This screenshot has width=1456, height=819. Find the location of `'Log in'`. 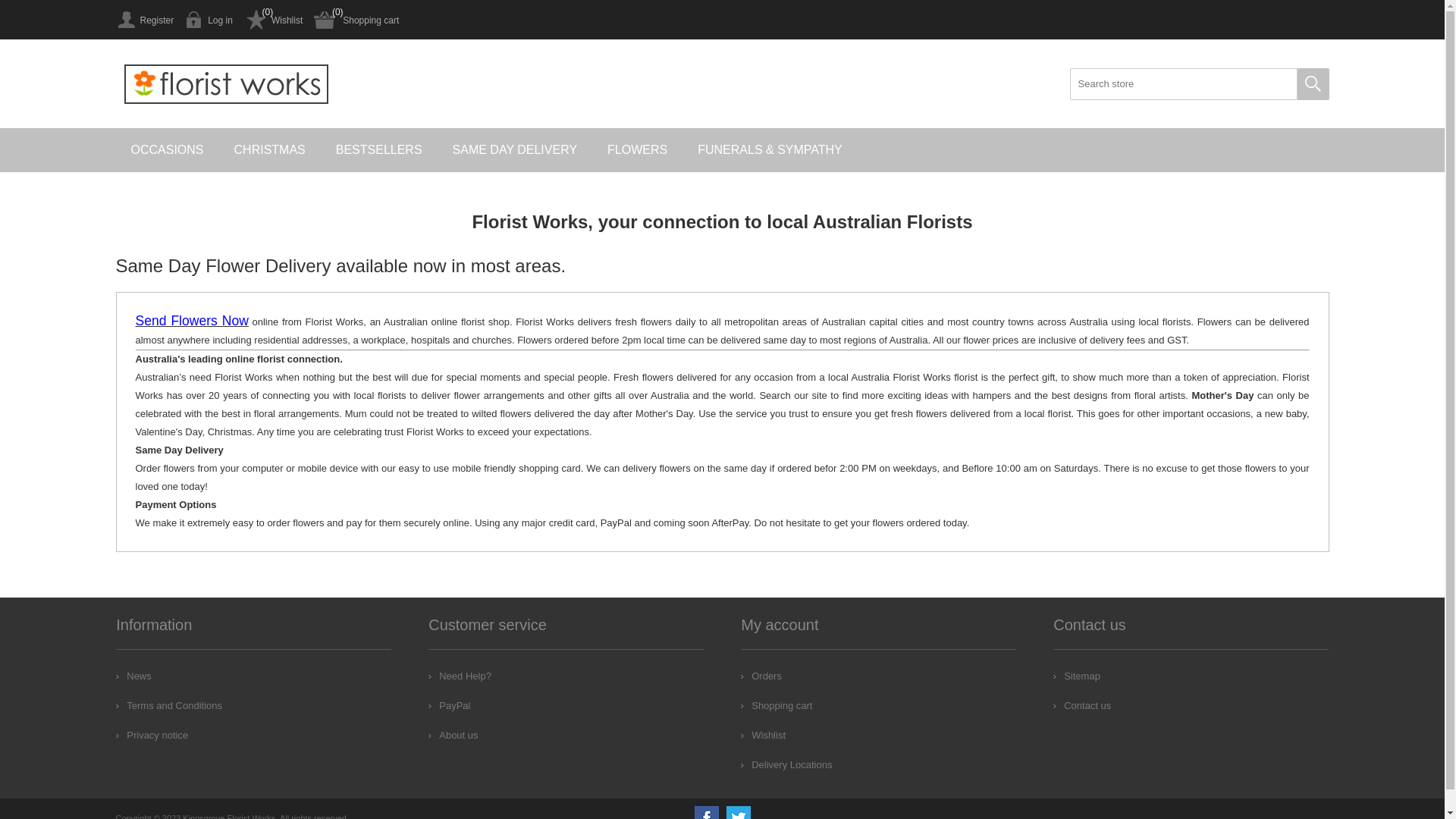

'Log in' is located at coordinates (208, 20).